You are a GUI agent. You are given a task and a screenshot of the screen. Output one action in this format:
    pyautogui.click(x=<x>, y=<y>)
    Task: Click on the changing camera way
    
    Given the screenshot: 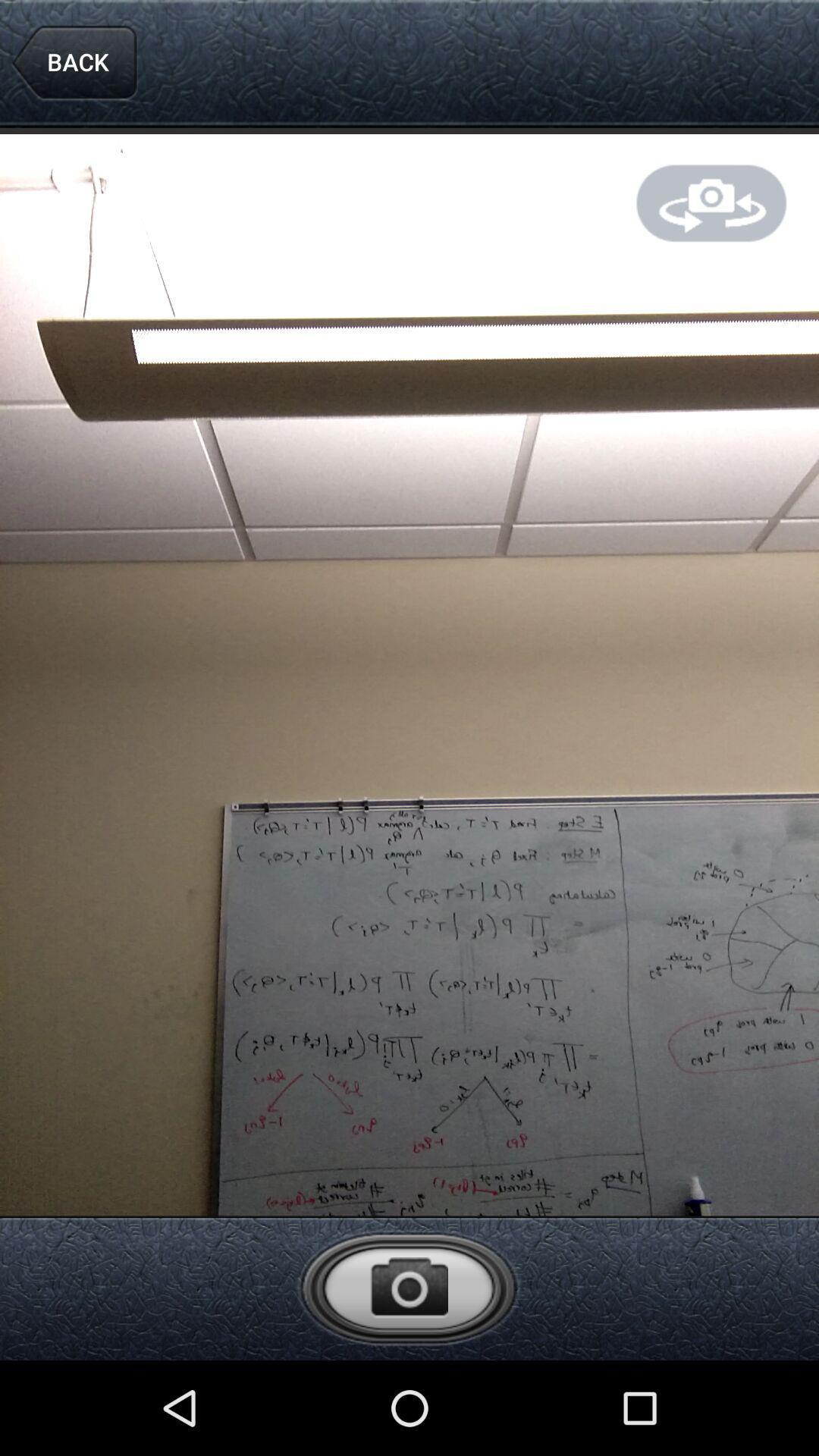 What is the action you would take?
    pyautogui.click(x=711, y=202)
    